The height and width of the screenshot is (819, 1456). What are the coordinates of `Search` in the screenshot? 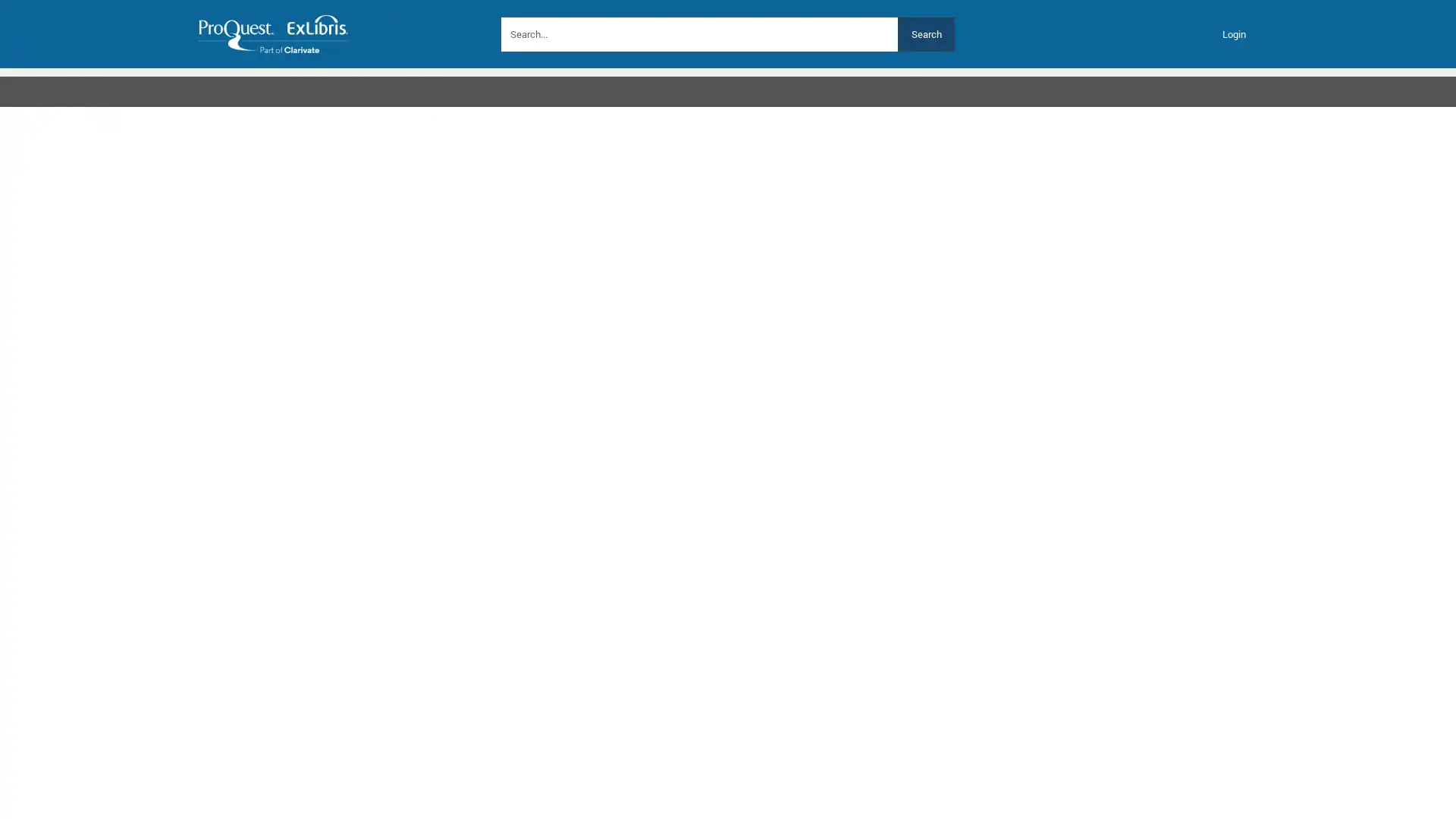 It's located at (925, 33).